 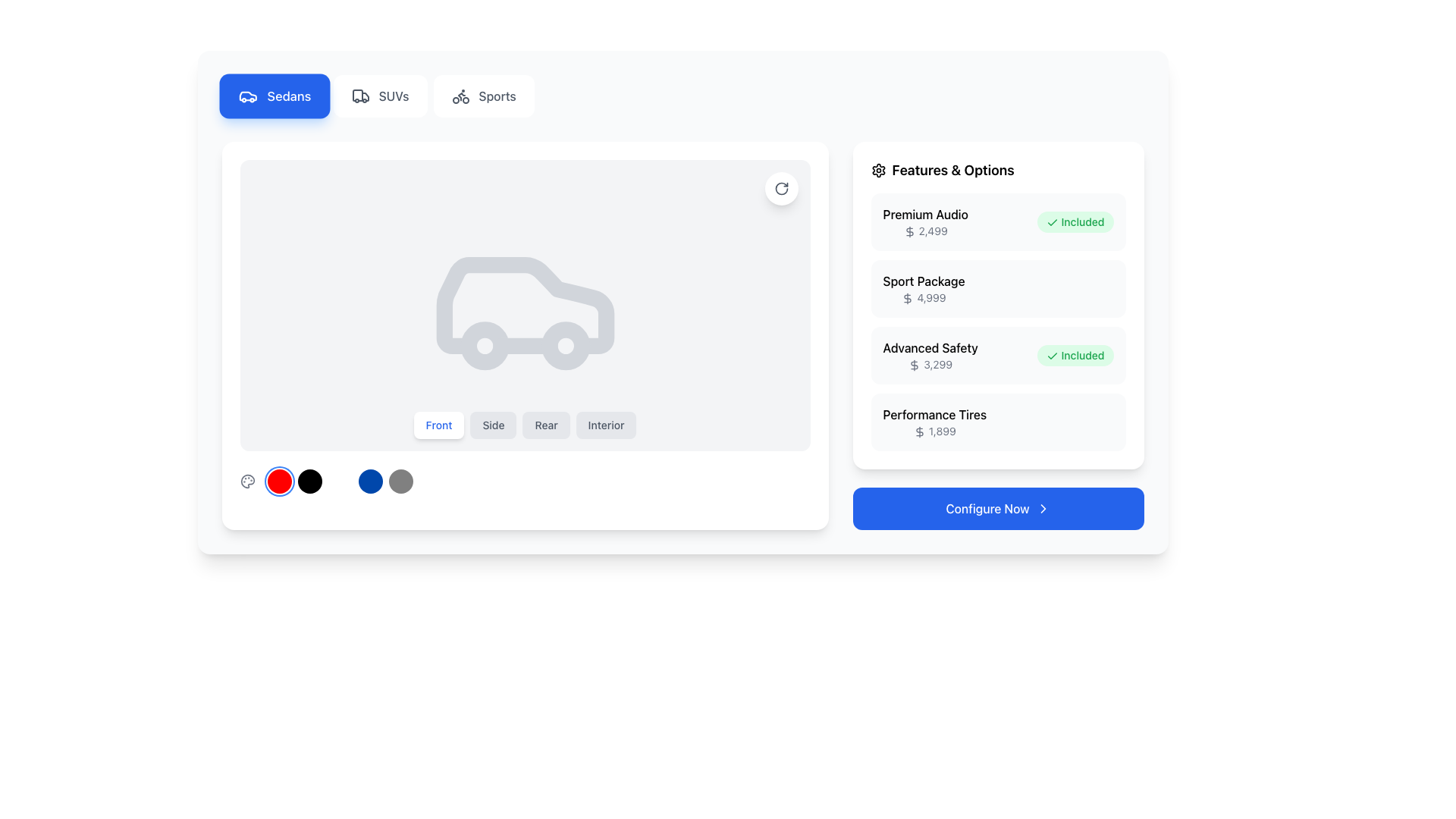 I want to click on the settings icon located in the top-right section of the interface within the 'Features & Options' column, so click(x=878, y=170).